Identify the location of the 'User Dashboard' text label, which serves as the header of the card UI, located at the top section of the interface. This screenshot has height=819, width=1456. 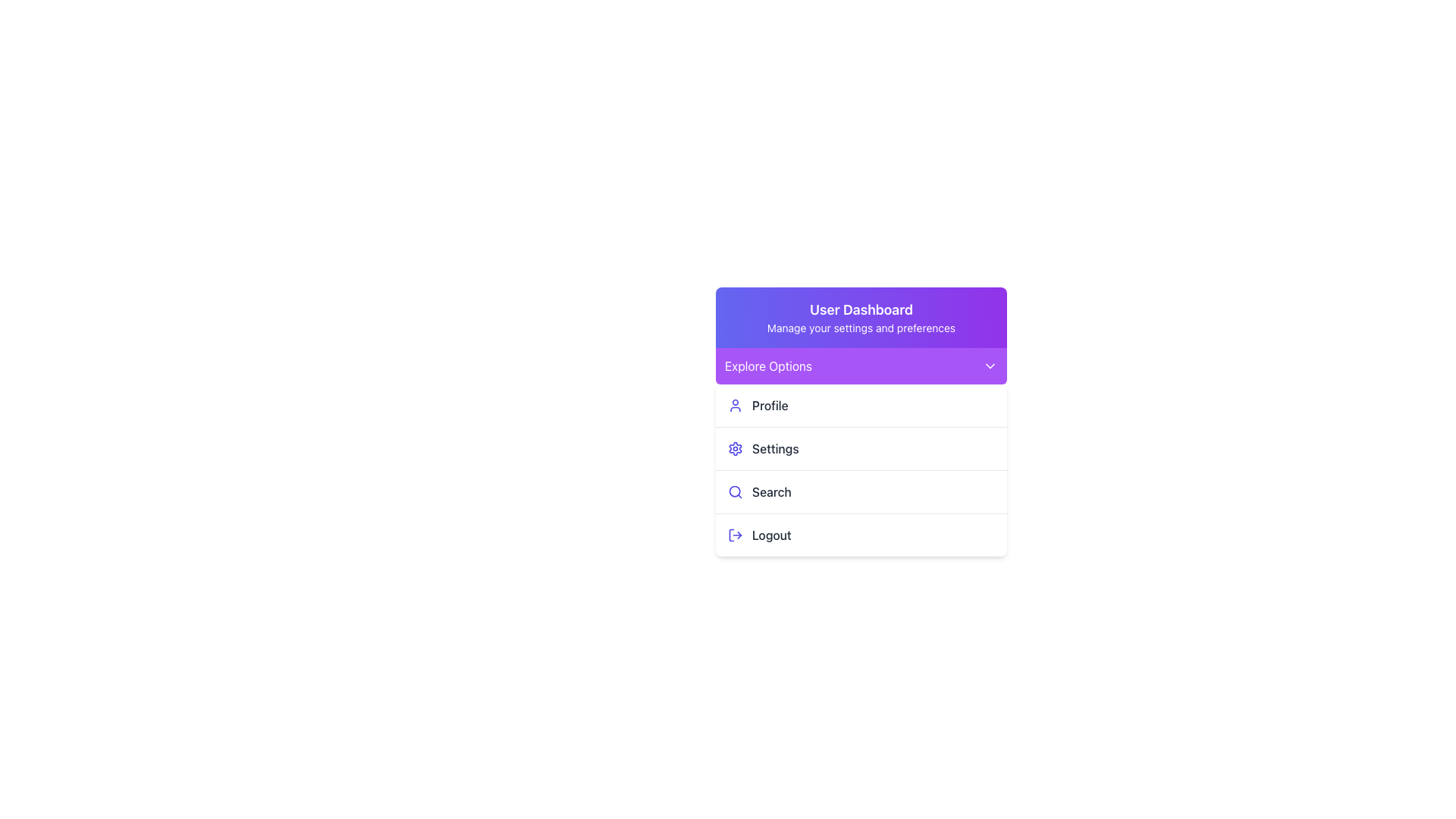
(861, 309).